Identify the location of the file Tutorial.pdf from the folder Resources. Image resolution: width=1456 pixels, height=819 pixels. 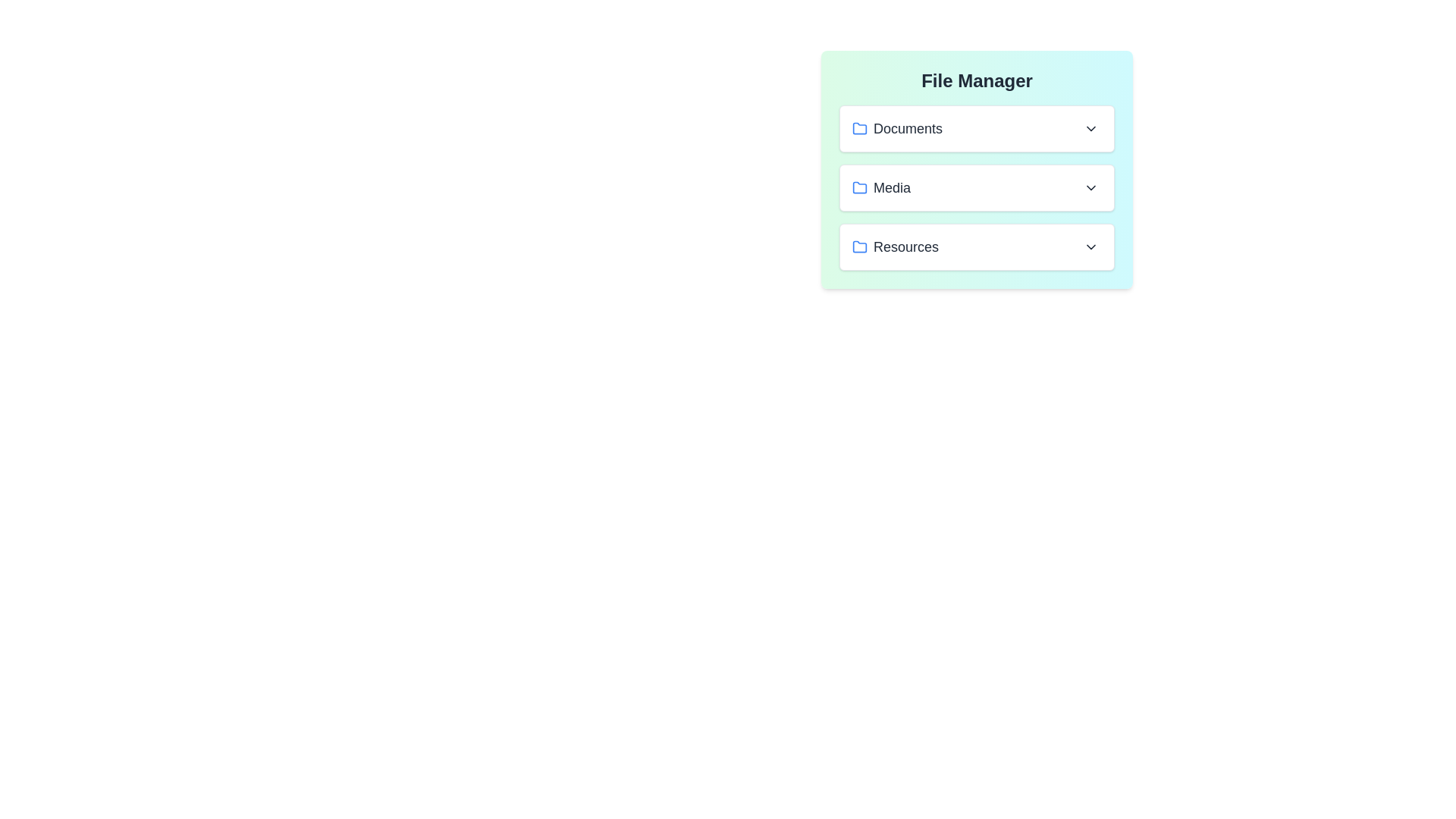
(977, 246).